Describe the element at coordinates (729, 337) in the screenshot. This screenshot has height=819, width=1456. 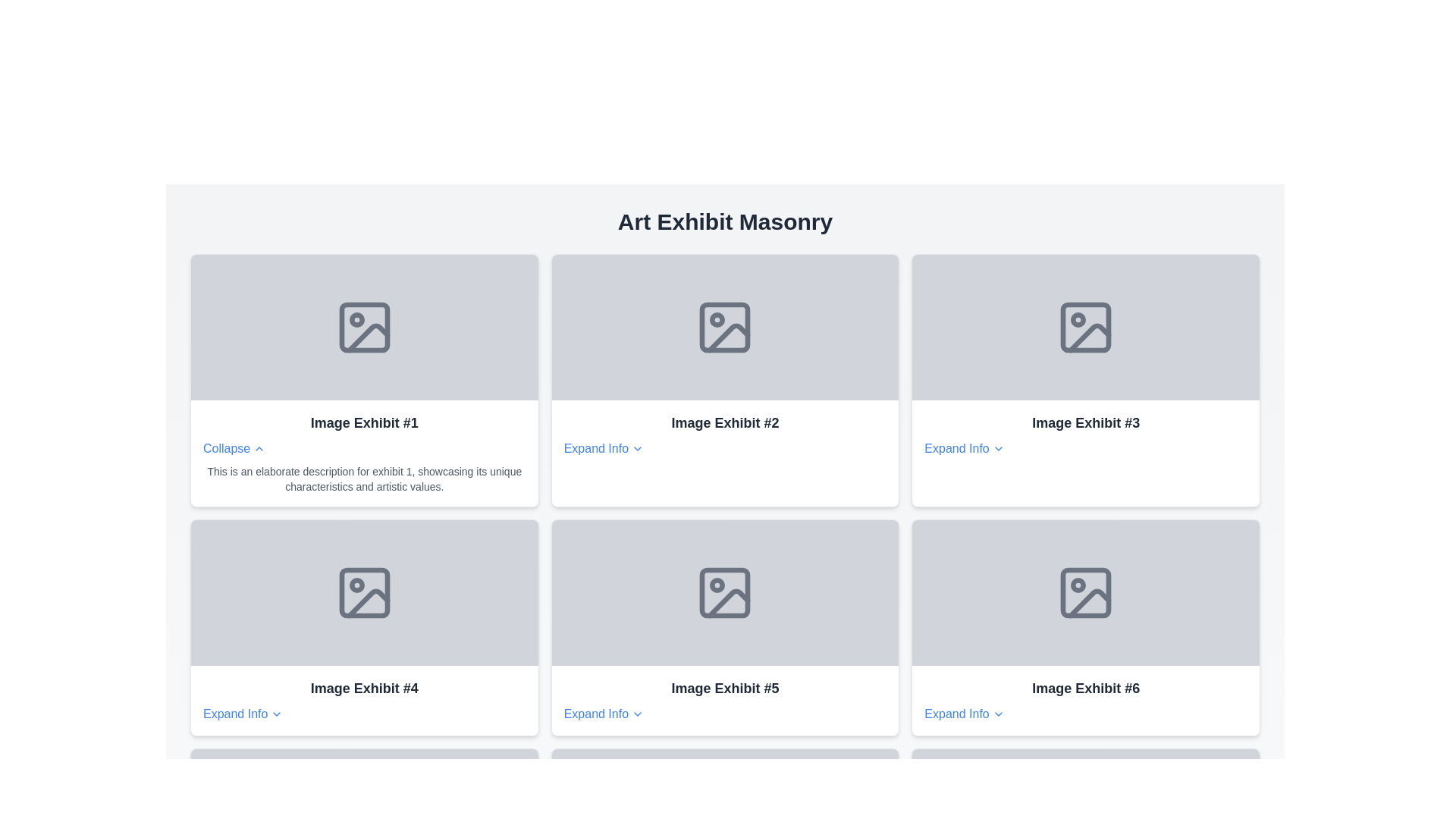
I see `the decorative graphical element located centrally inside the graphical placeholder icon in the second card of the top row of the 'Art Exhibit Masonry'` at that location.